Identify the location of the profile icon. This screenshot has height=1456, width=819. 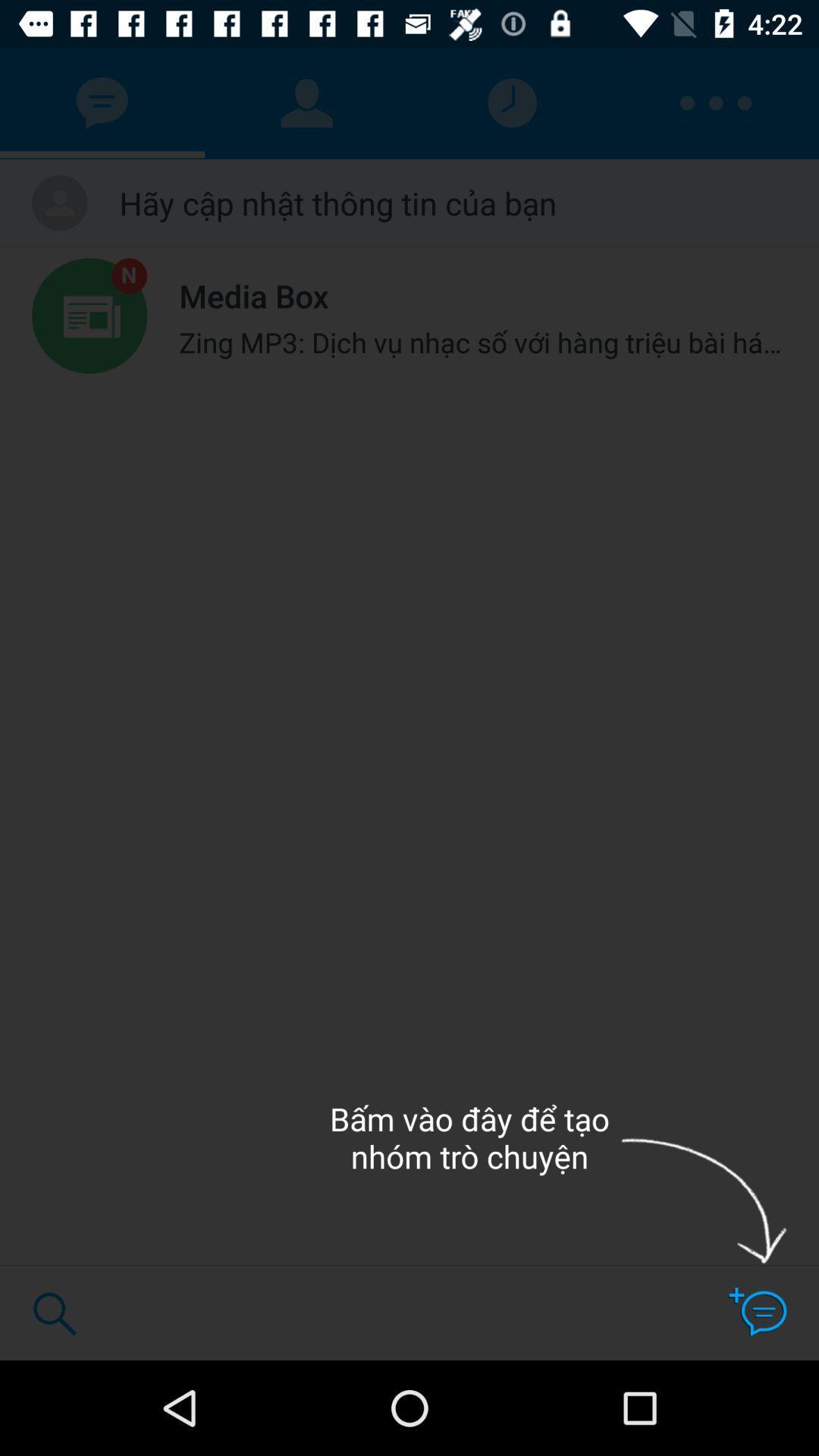
(307, 103).